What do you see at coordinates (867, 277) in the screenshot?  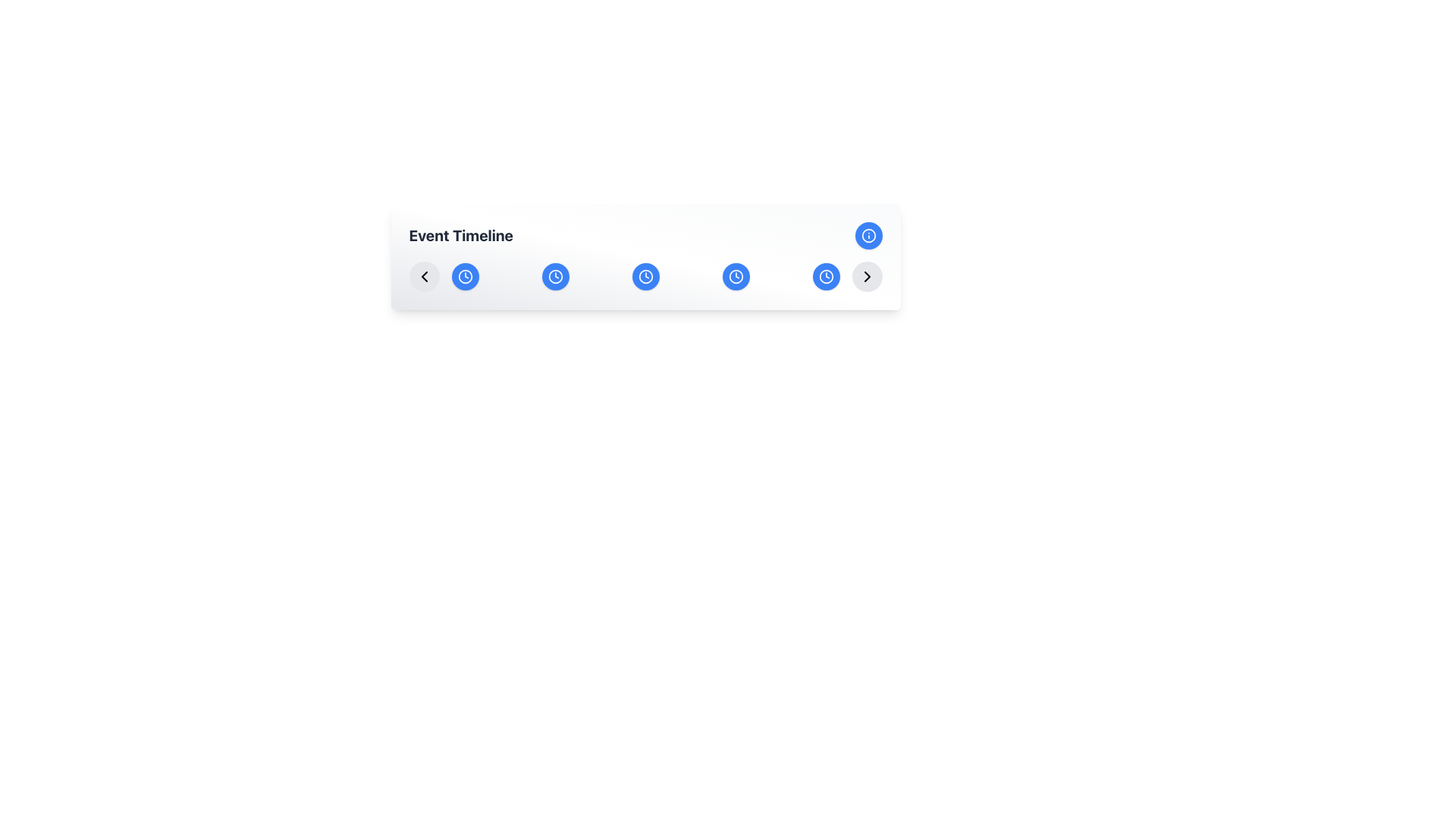 I see `the circular gray button with a right-pointing chevron arrow at the end of the timeline navigation bar` at bounding box center [867, 277].